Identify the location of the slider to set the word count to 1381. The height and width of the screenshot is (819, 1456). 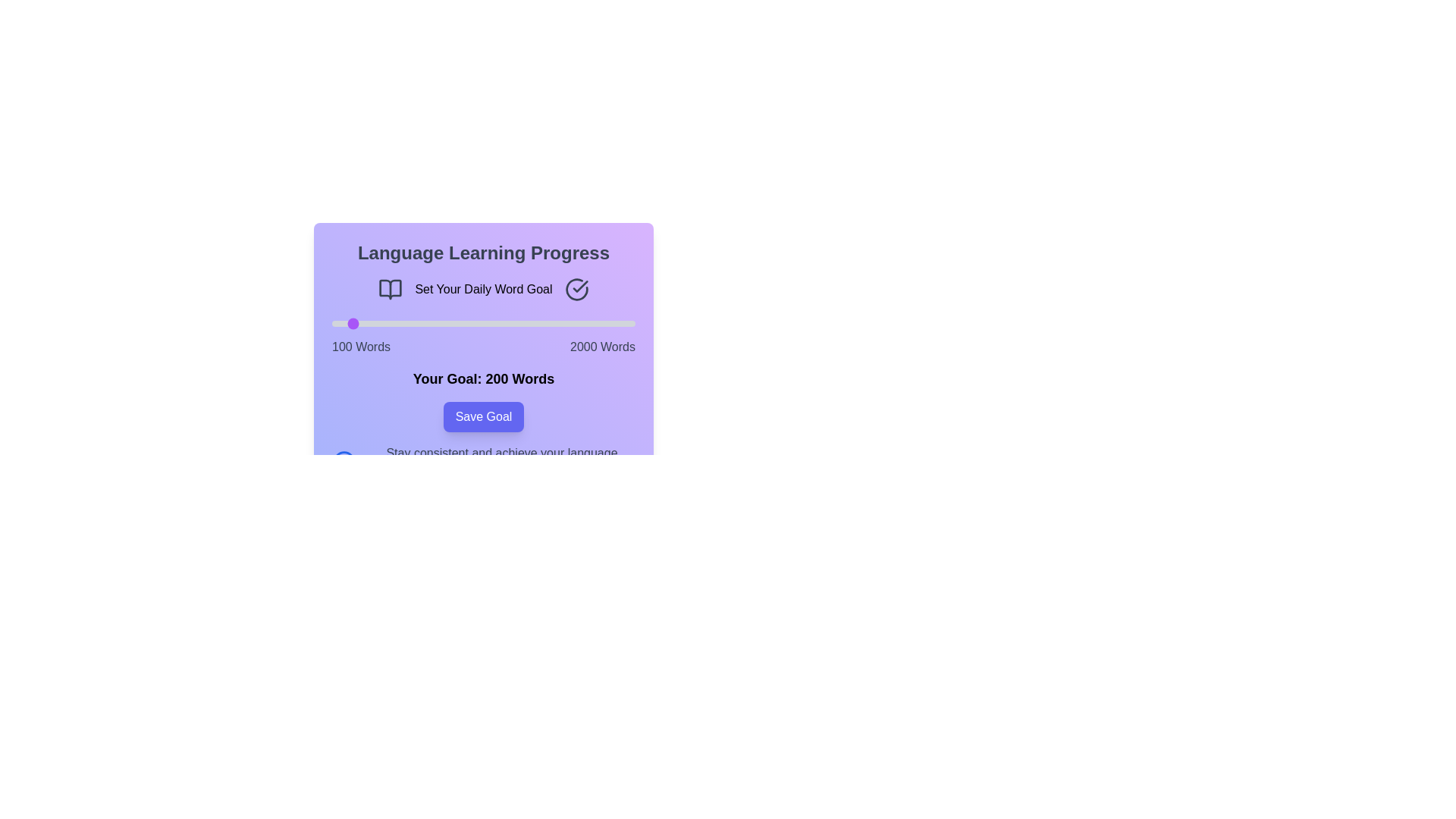
(536, 323).